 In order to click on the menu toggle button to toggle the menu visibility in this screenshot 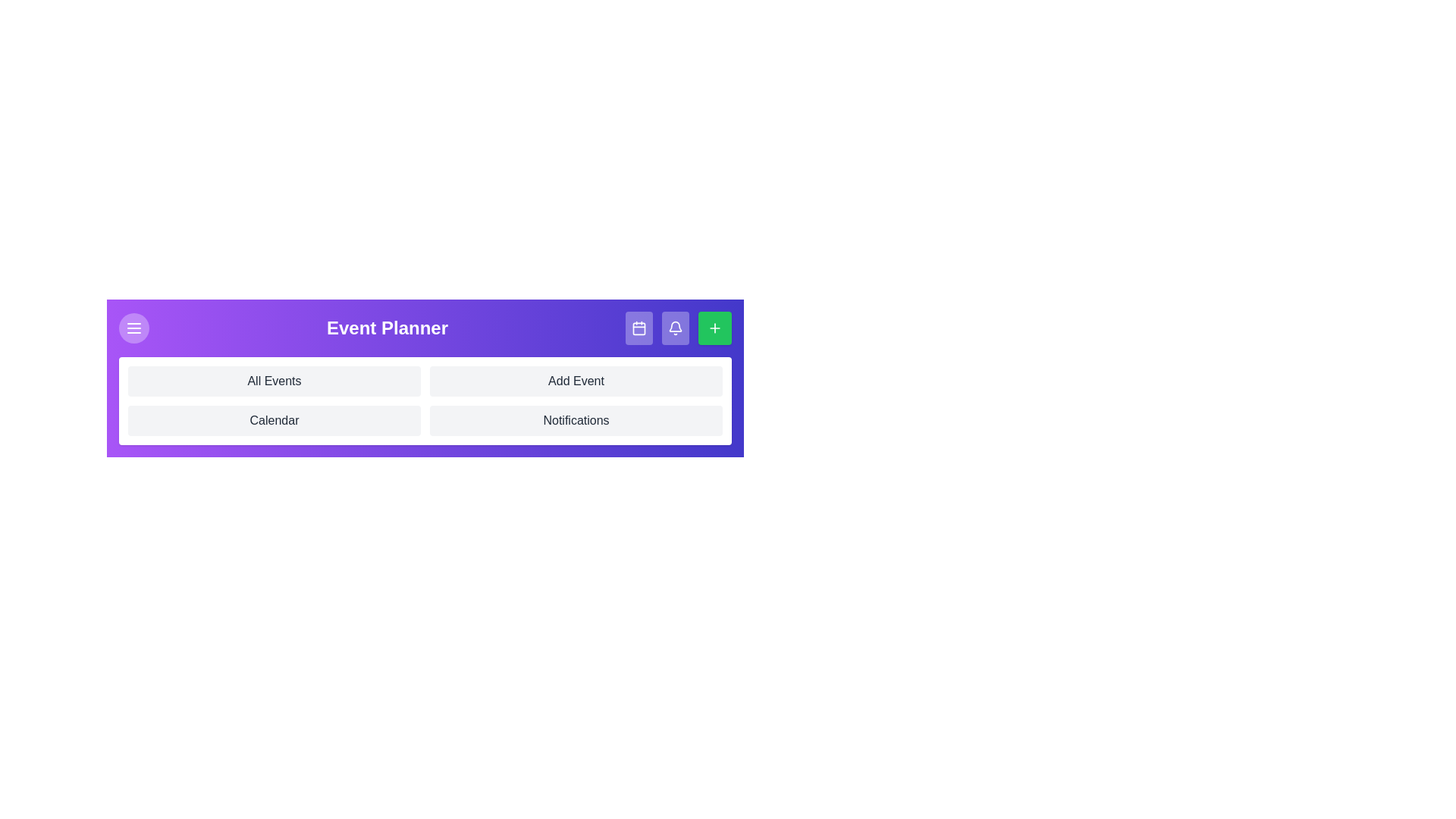, I will do `click(134, 327)`.